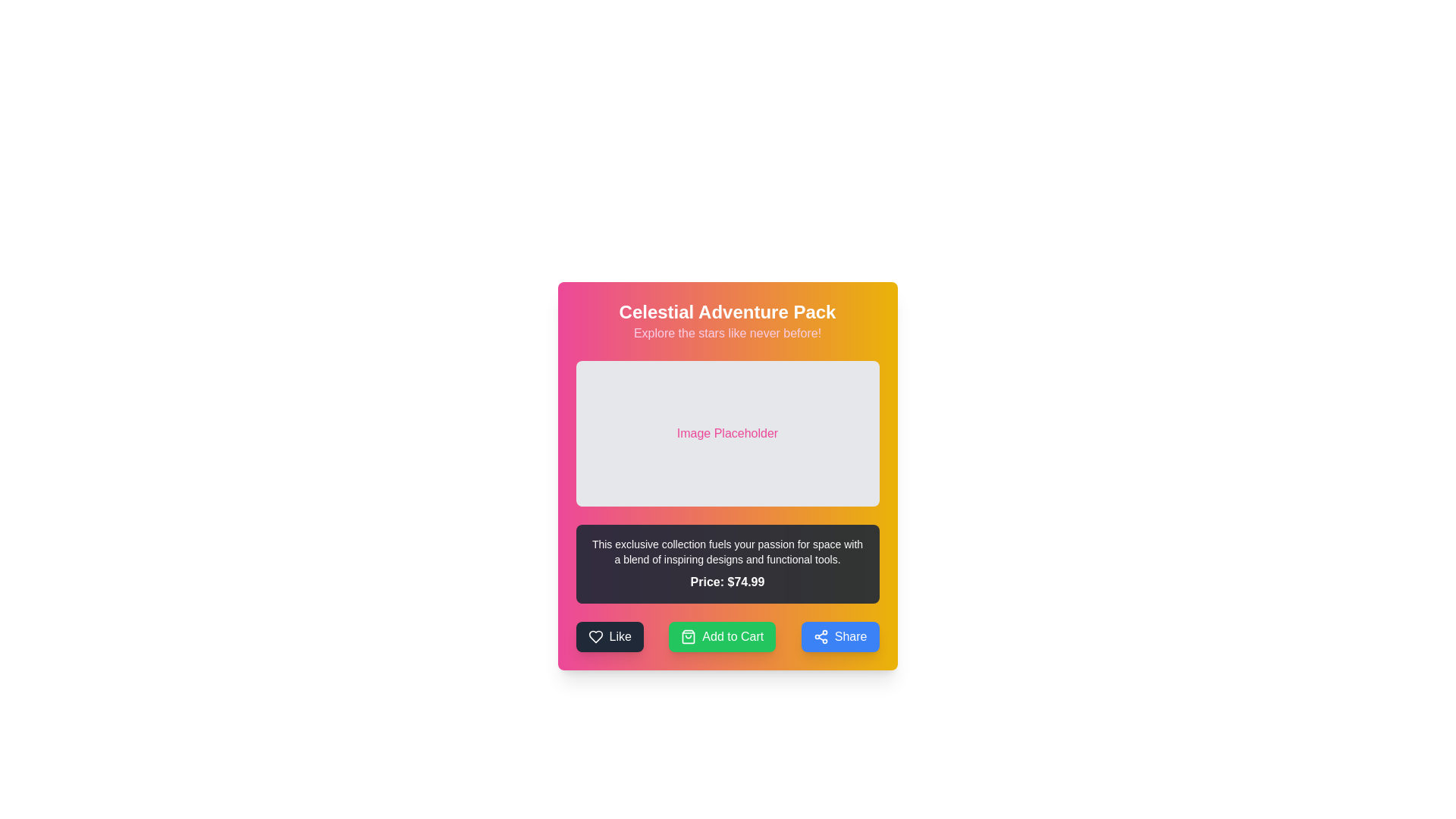  I want to click on the small vector icon of a shopping bag with a green background, which is located to the left of the 'Add to Cart' text within the green button at the bottom of the interface, so click(688, 637).